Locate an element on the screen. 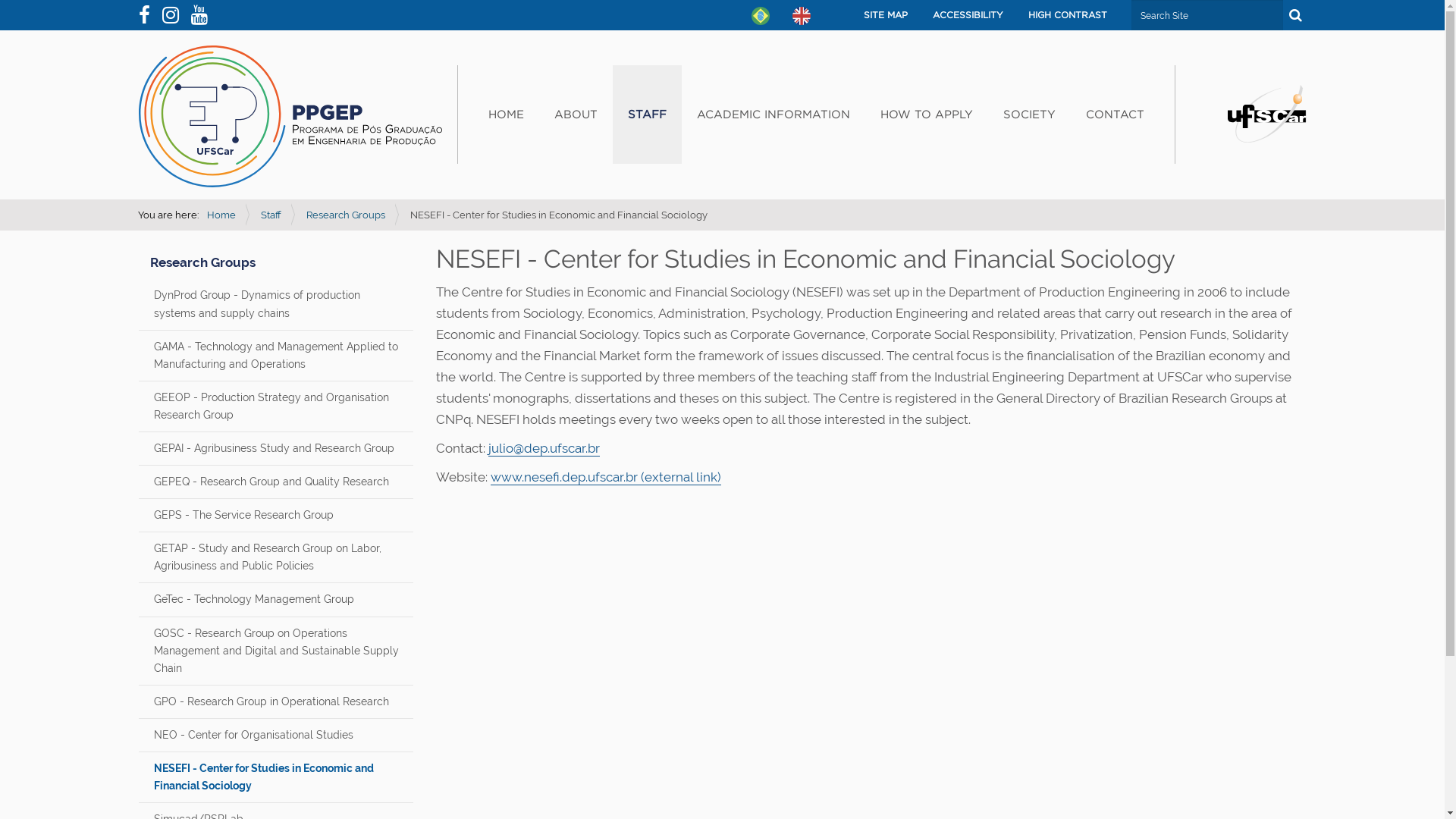 The width and height of the screenshot is (1456, 819). 'HOW TO APPLY' is located at coordinates (924, 113).